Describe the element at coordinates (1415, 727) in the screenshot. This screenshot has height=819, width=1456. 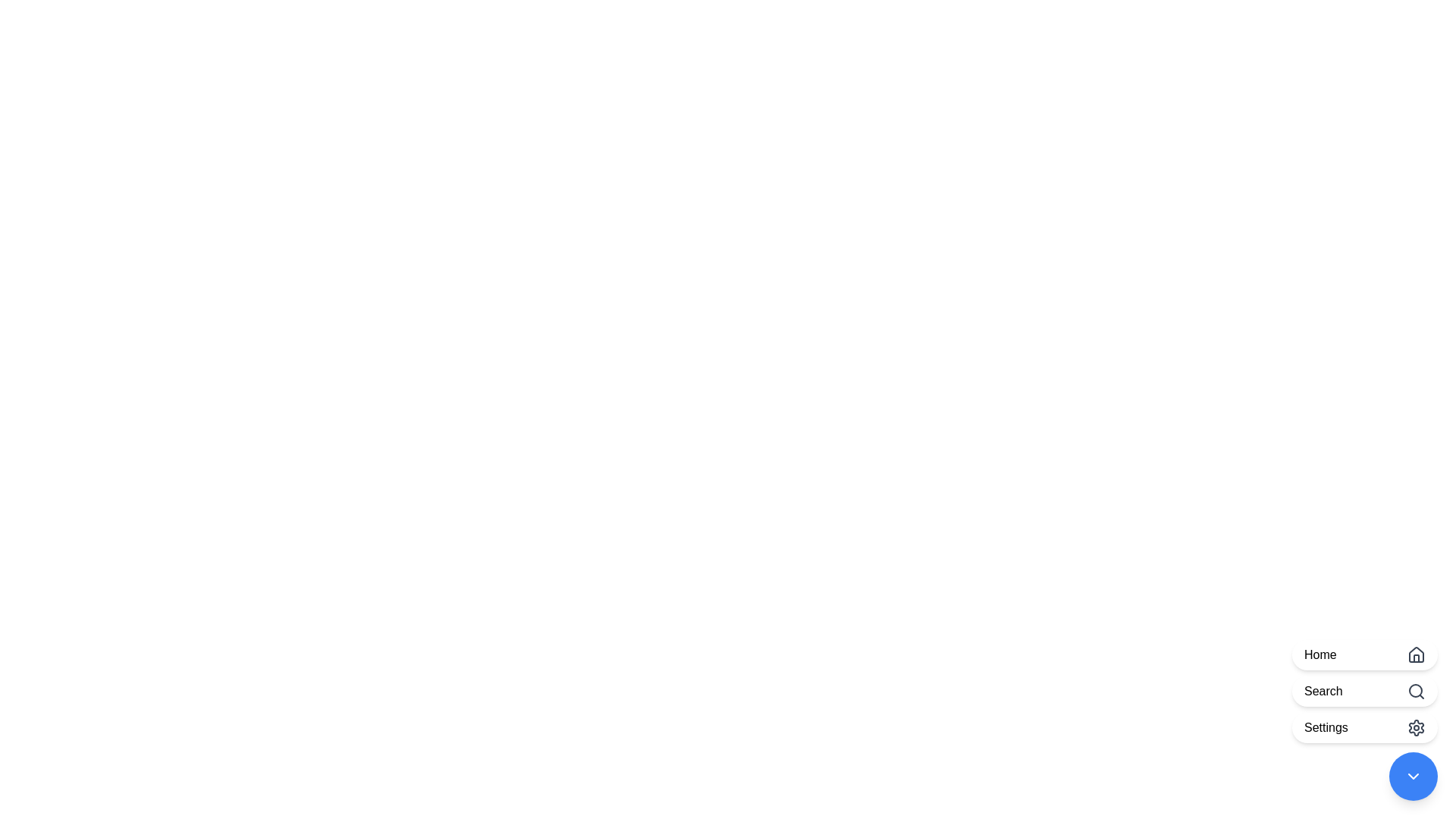
I see `the gear-shaped icon representing 'Settings' in the bottom-right corner of the vertical menu` at that location.